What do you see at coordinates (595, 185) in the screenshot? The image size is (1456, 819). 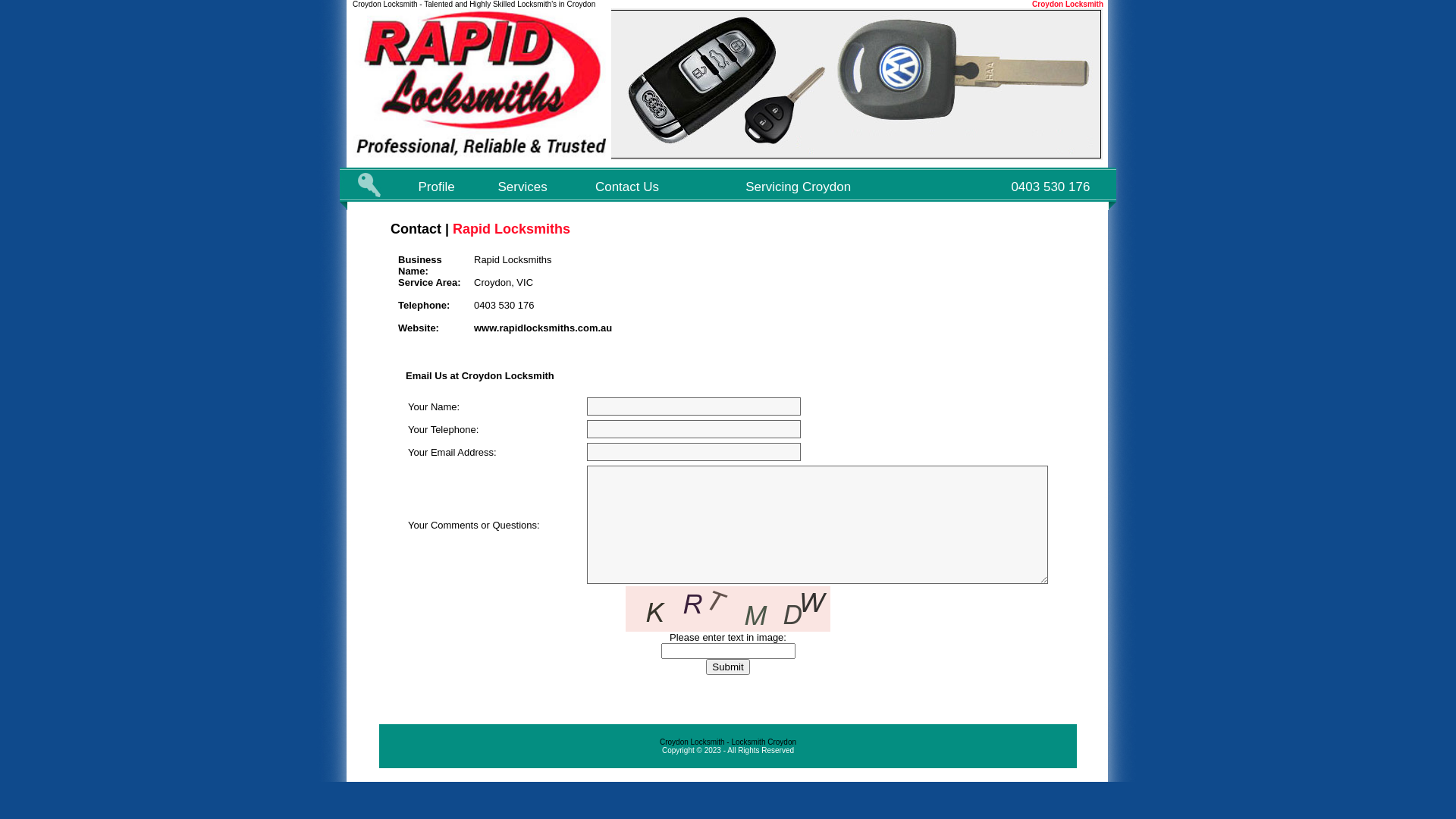 I see `'Contact Us'` at bounding box center [595, 185].